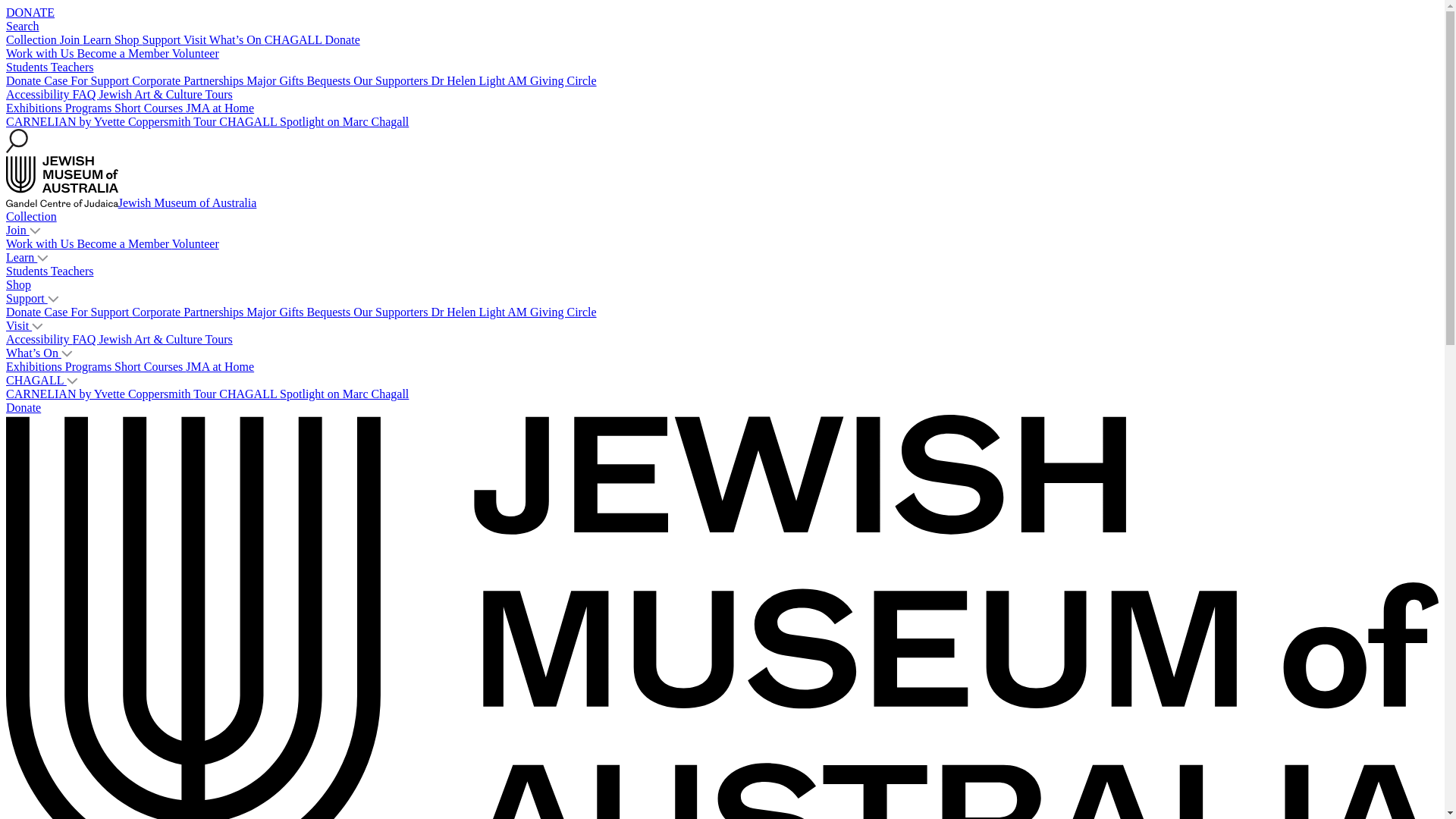 The height and width of the screenshot is (819, 1456). Describe the element at coordinates (392, 311) in the screenshot. I see `'Our Supporters'` at that location.